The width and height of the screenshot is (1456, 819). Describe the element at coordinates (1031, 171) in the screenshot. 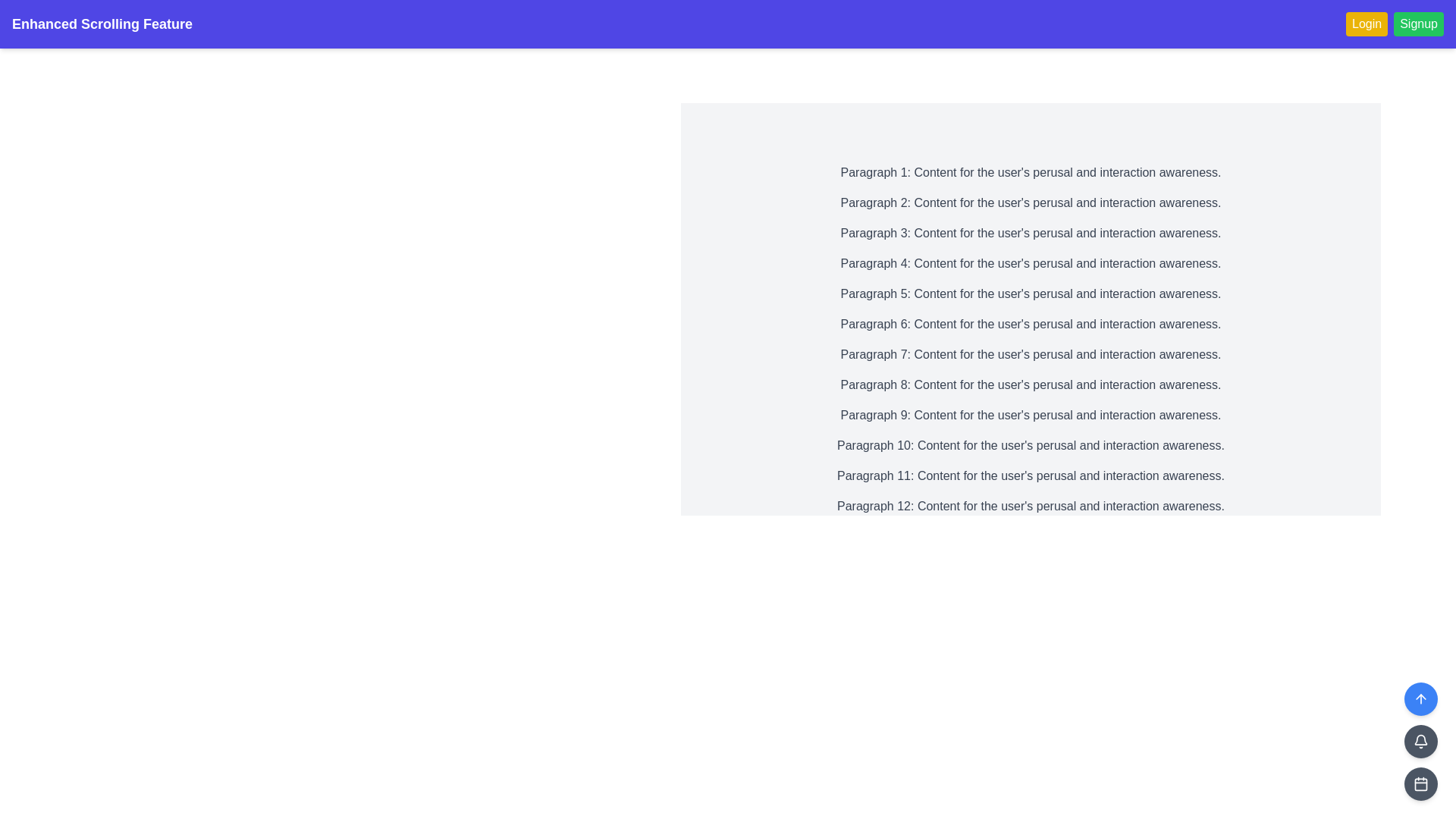

I see `the first paragraph element containing the text 'Paragraph 1: Content for the user's perusal and interaction awareness.'` at that location.